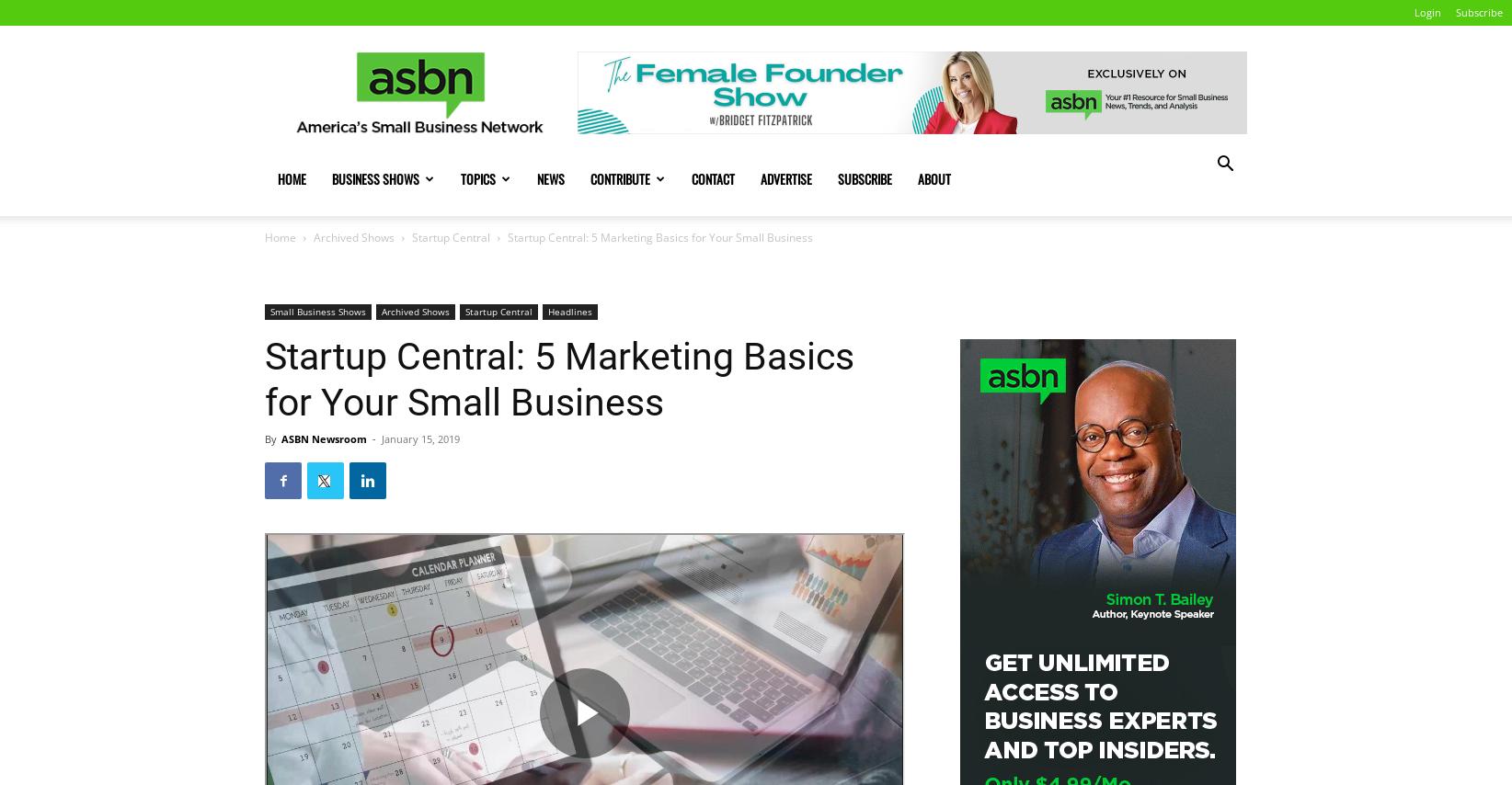  What do you see at coordinates (737, 93) in the screenshot?
I see `'Search'` at bounding box center [737, 93].